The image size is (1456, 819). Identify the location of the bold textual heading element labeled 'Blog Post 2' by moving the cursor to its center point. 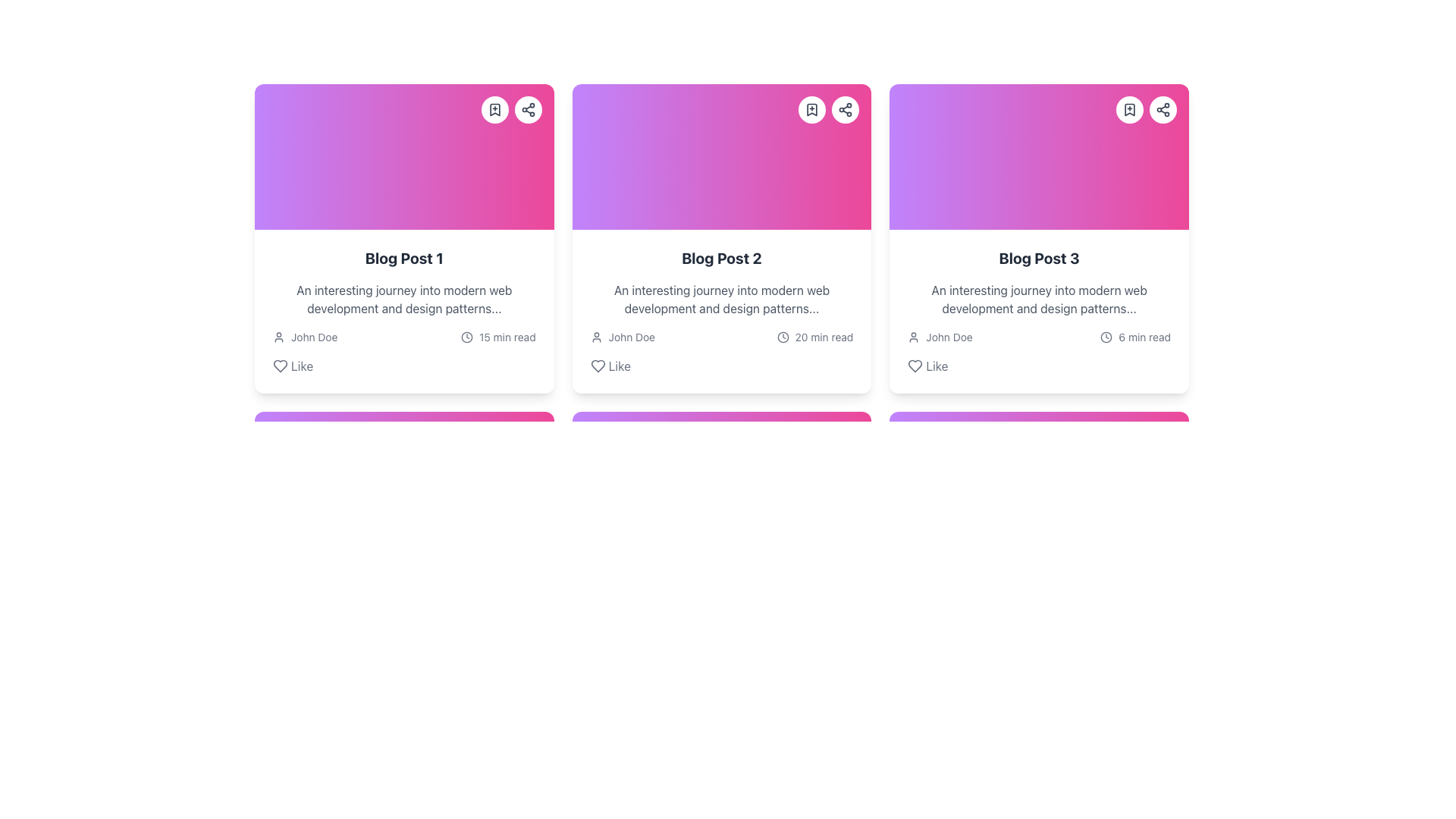
(720, 257).